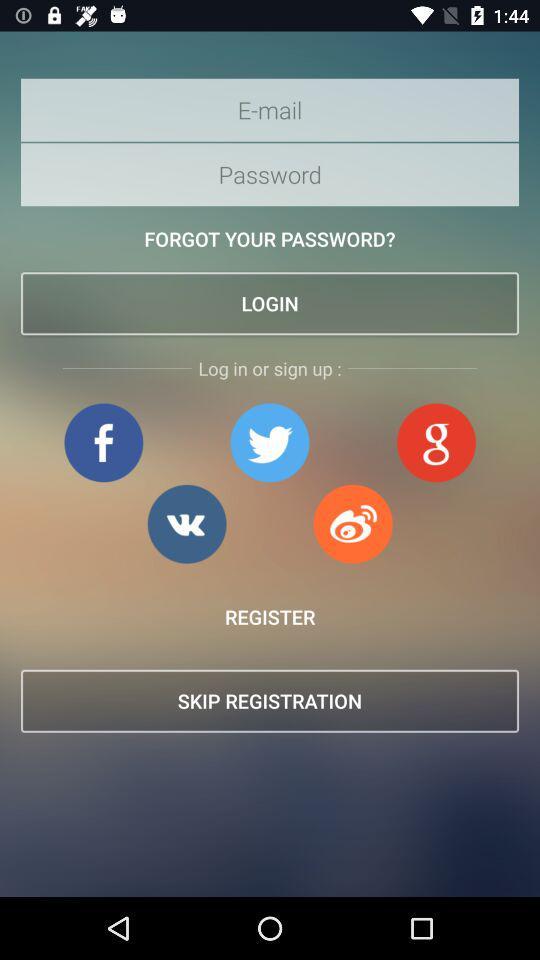 This screenshot has width=540, height=960. What do you see at coordinates (270, 701) in the screenshot?
I see `skip registration icon` at bounding box center [270, 701].